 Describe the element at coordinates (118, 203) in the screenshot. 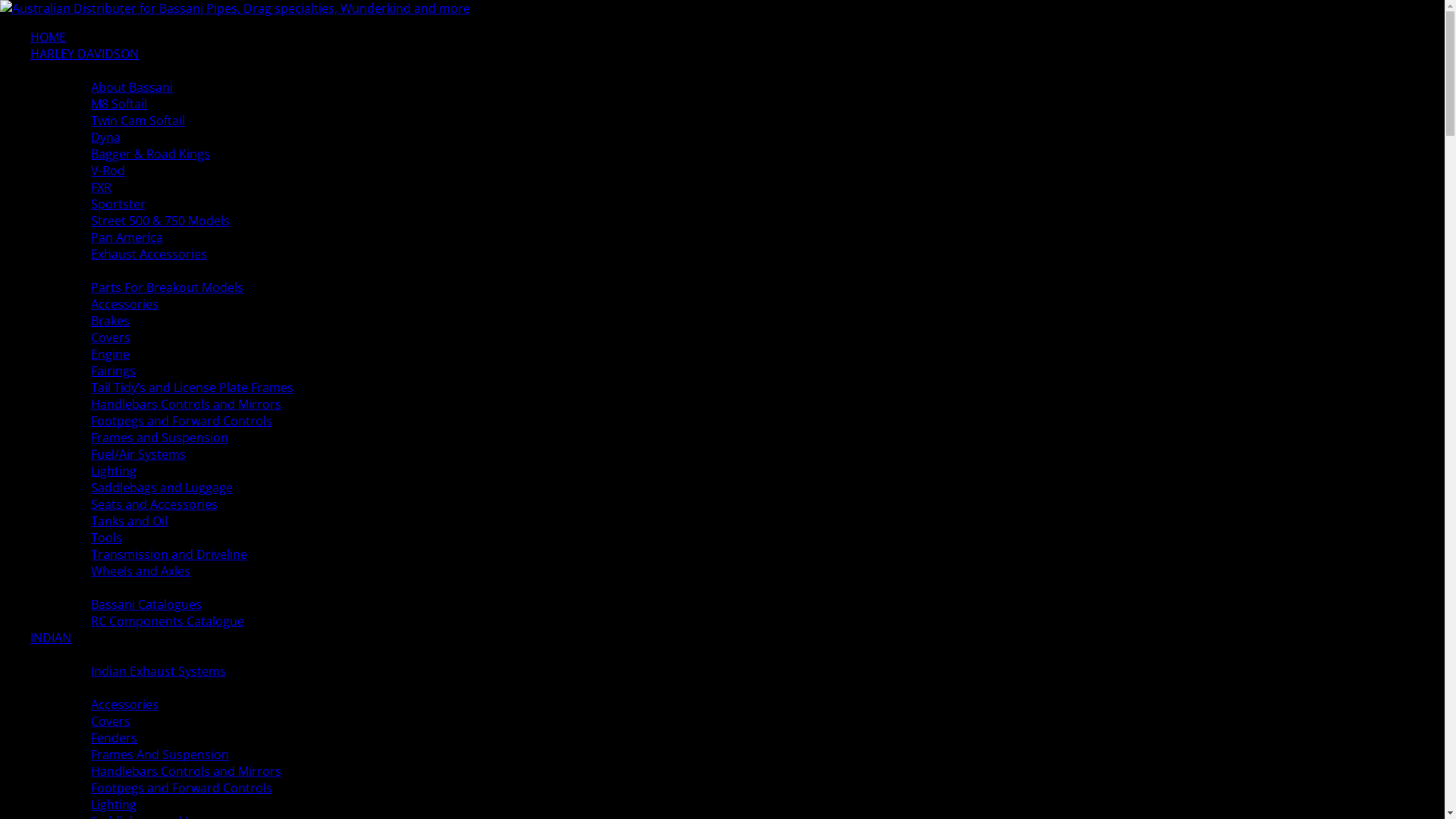

I see `'Sportster'` at that location.